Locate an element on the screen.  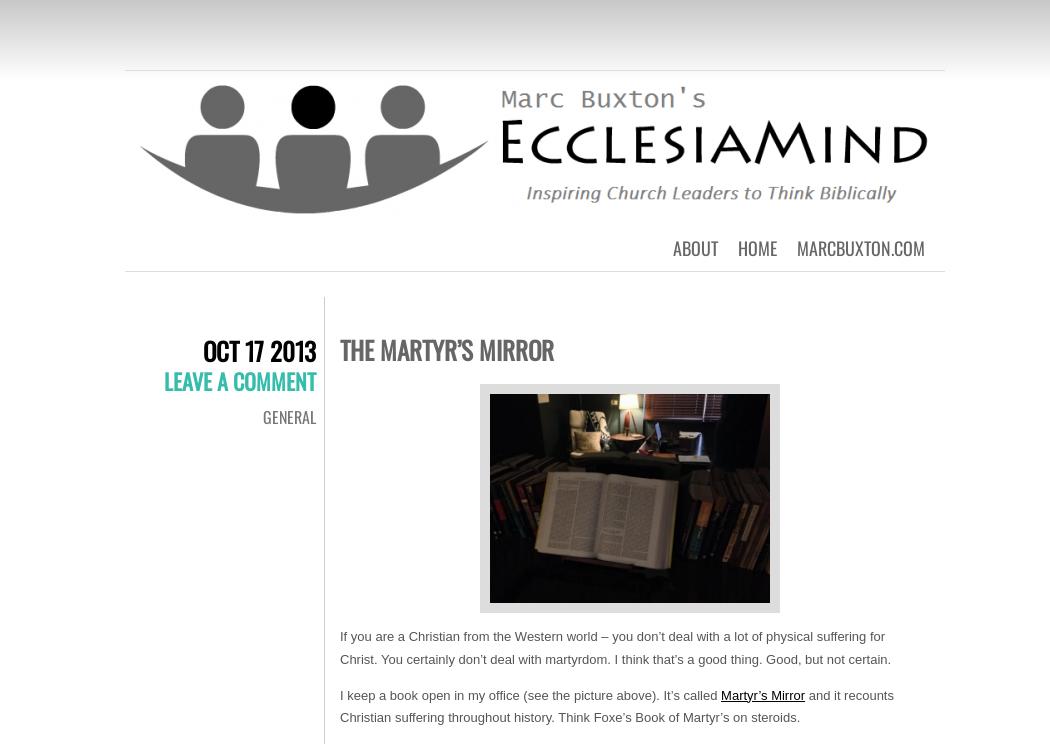
'The Martyr’s Mirror' is located at coordinates (445, 348).